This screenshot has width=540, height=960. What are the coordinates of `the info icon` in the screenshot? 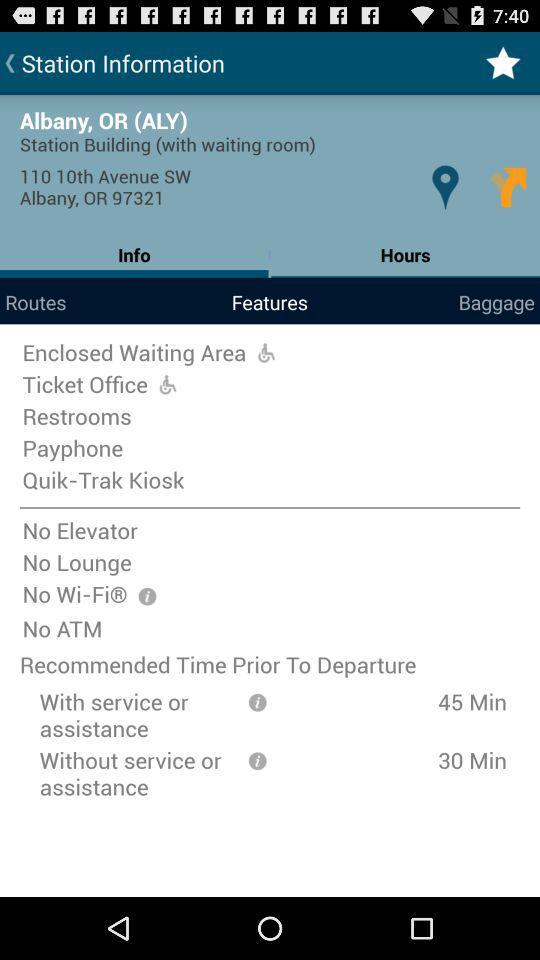 It's located at (146, 637).